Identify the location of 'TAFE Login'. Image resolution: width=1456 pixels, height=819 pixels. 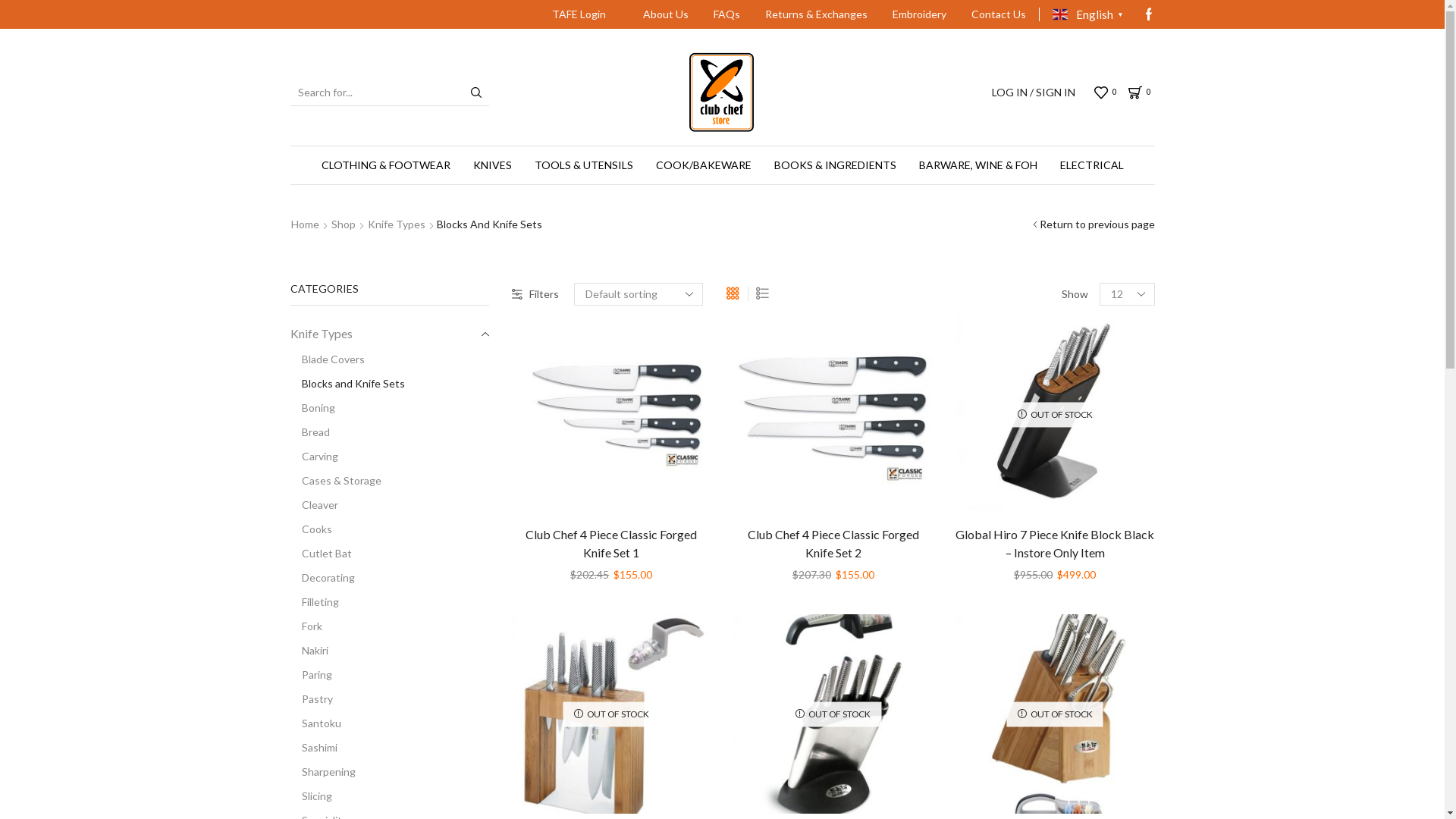
(578, 14).